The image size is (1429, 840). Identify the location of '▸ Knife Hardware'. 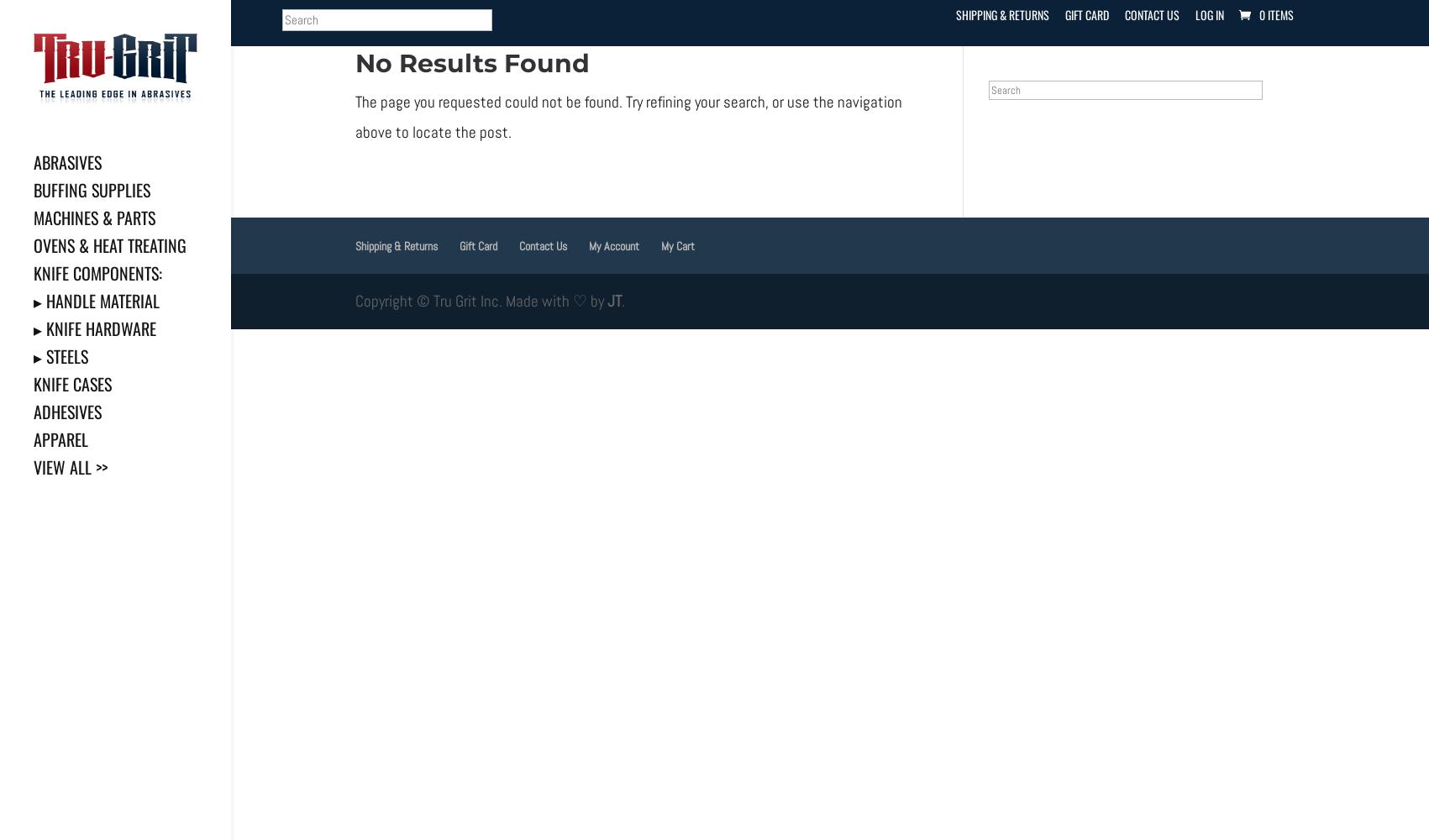
(94, 328).